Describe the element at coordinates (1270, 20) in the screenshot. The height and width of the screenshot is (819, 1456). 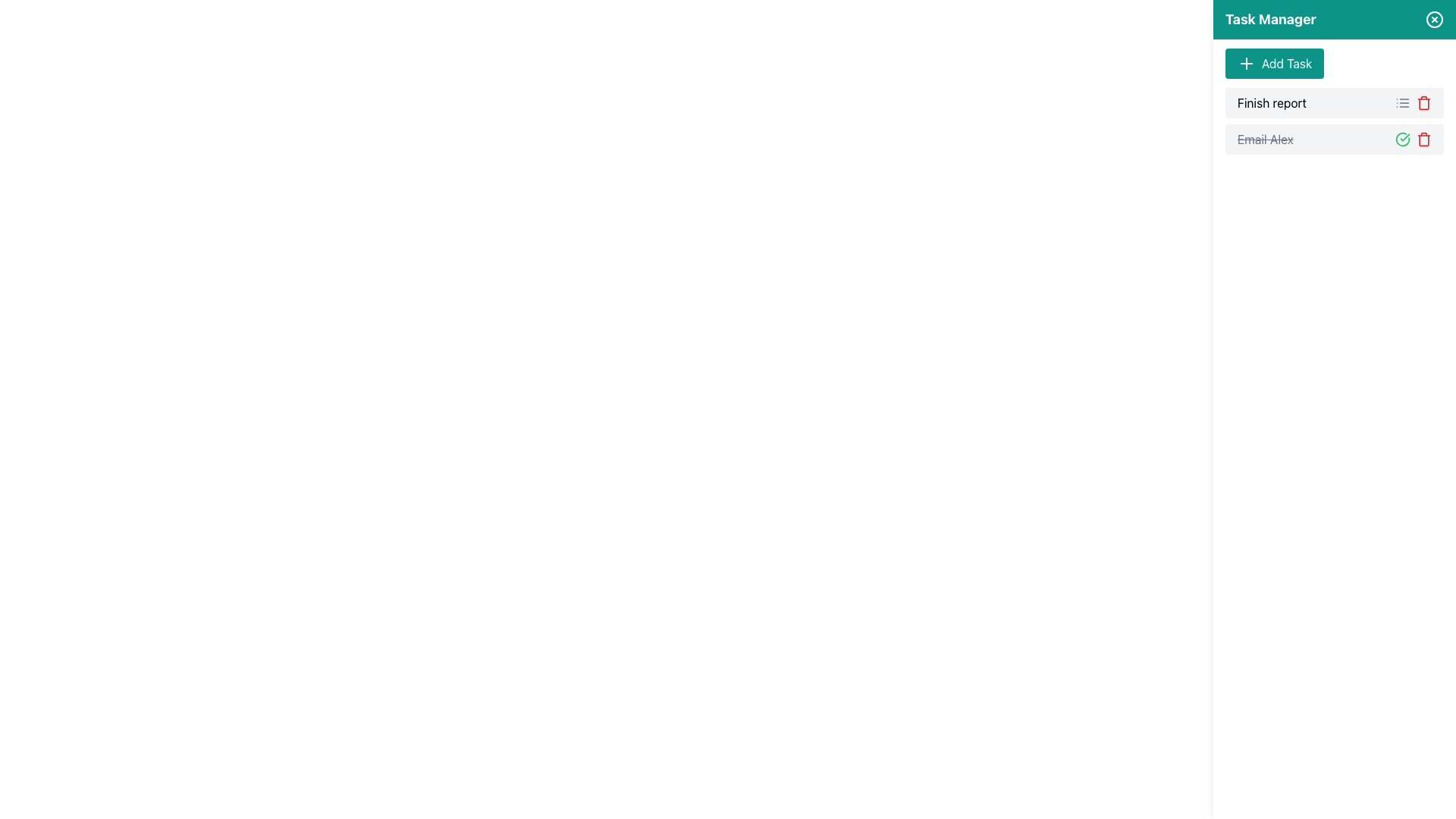
I see `the text label element labeled 'Task Manager' which is styled in a larger, bold font and located in the teal-colored header bar at the top of the interface` at that location.